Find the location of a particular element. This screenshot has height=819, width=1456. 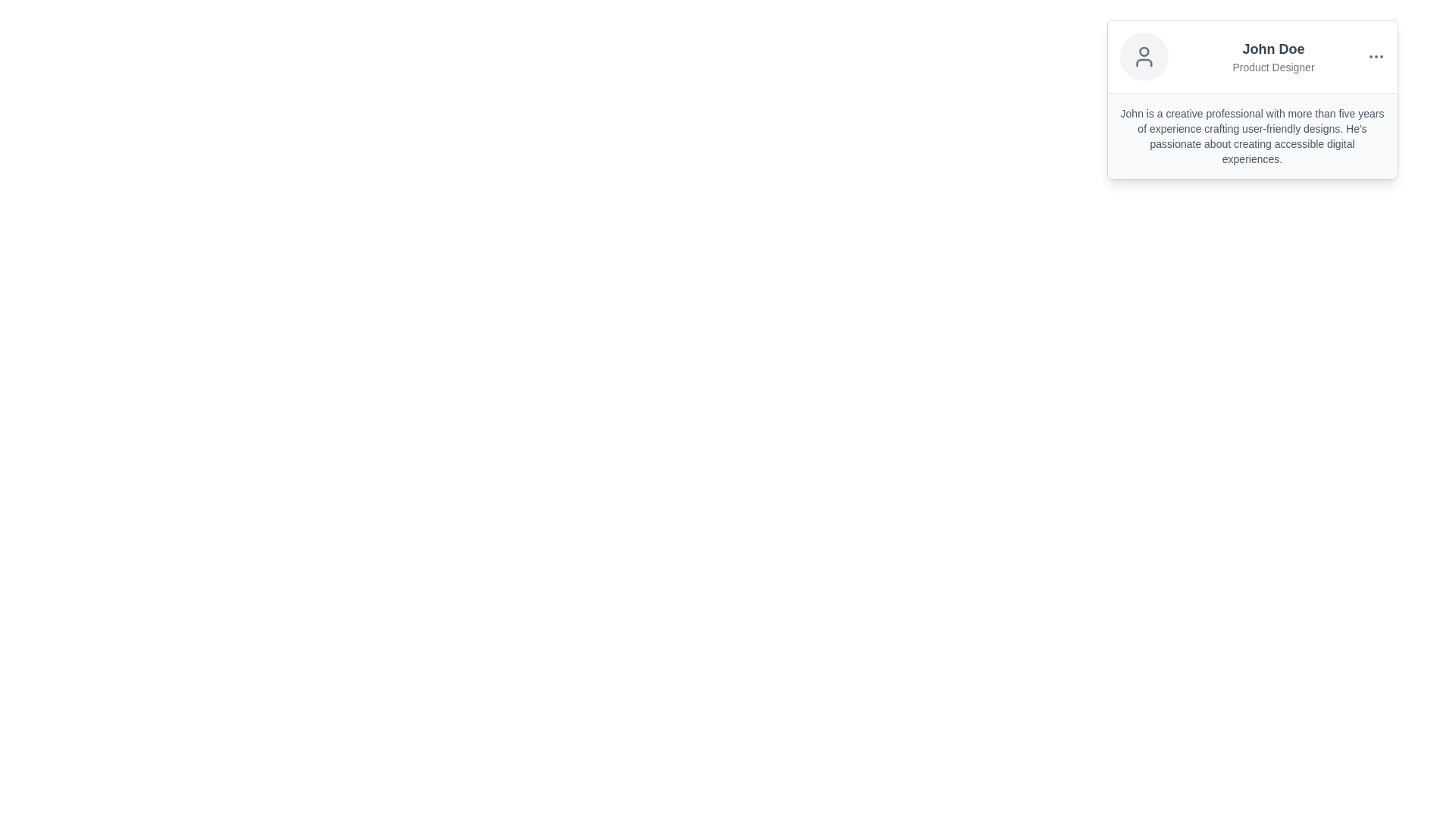

the text content area that displays the name and role of an individual within the profile card layout is located at coordinates (1273, 55).